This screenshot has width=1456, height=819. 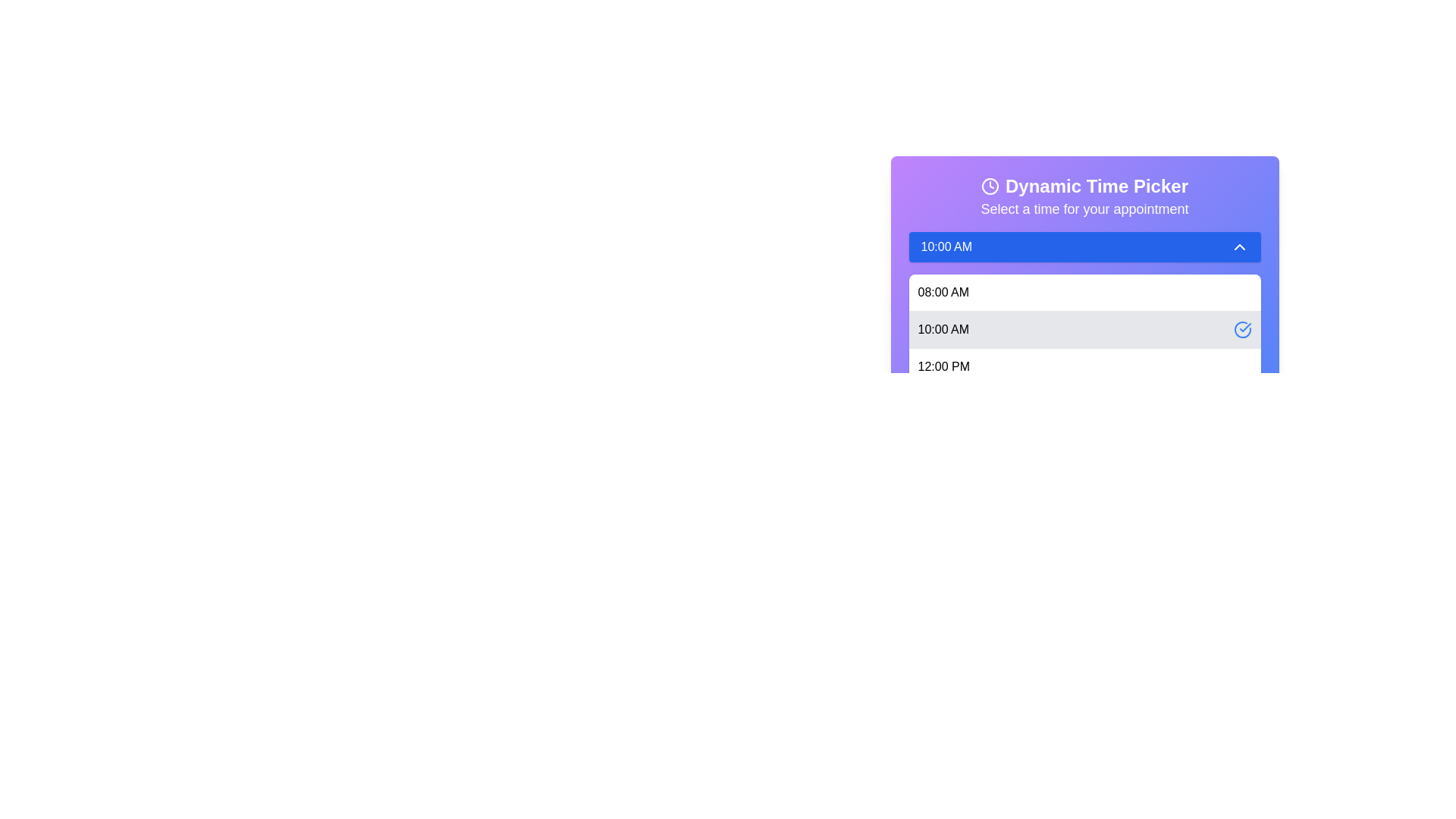 What do you see at coordinates (943, 366) in the screenshot?
I see `to select the time option displaying '12:00 PM' in the time picker dropdown list` at bounding box center [943, 366].